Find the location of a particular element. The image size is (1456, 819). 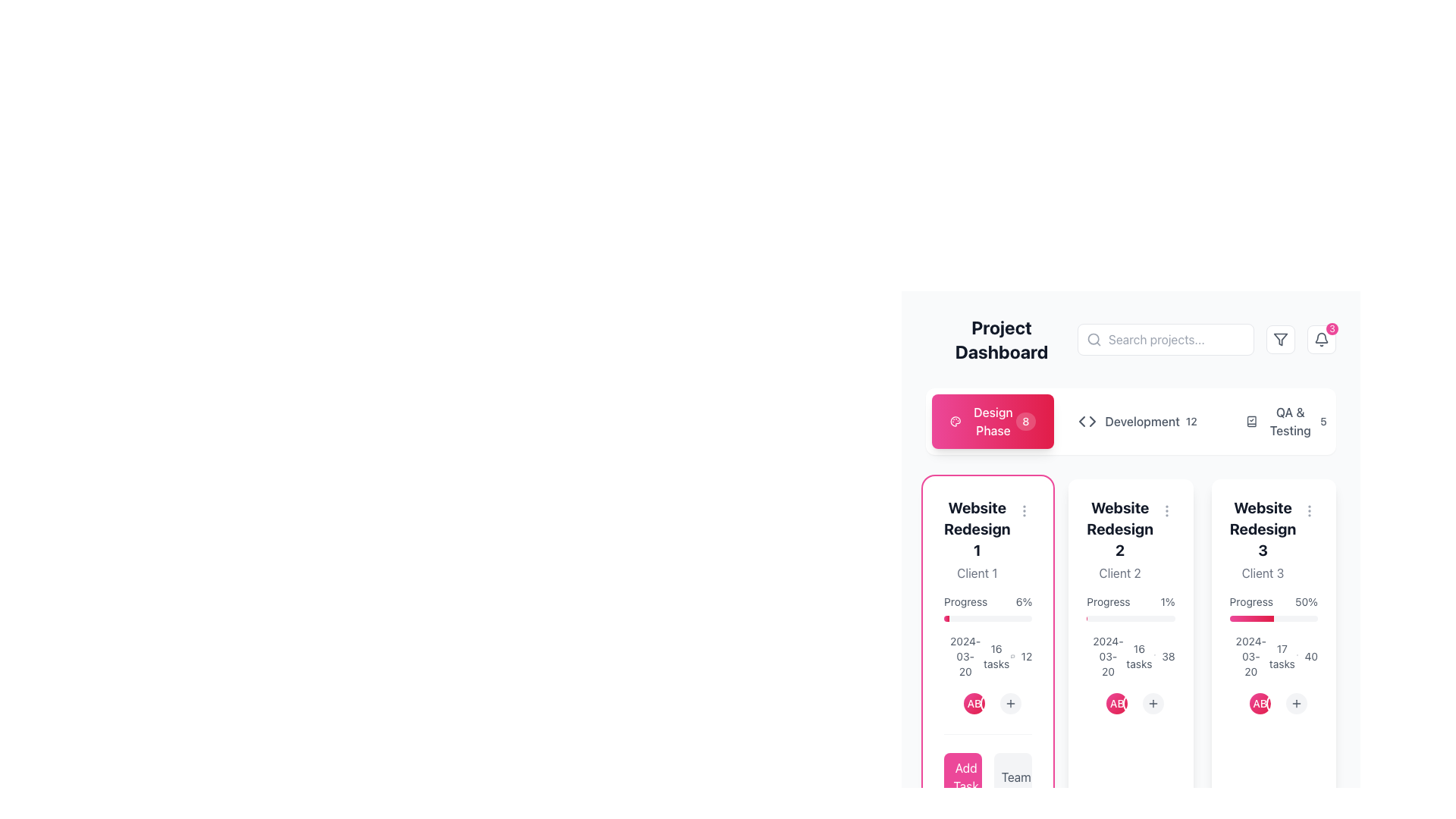

the add button is located at coordinates (1131, 704).